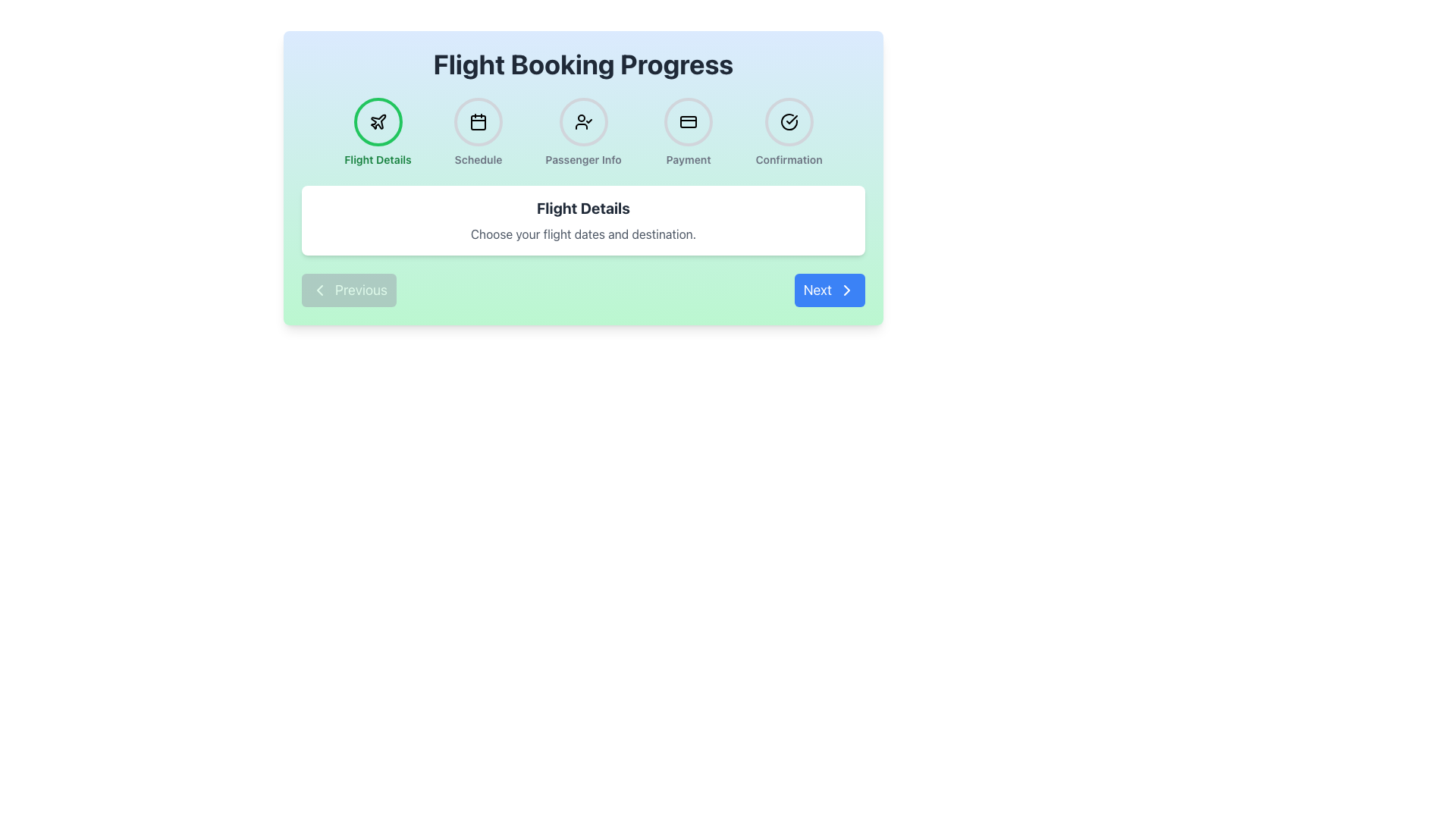 This screenshot has width=1456, height=819. Describe the element at coordinates (582, 121) in the screenshot. I see `the circular button with an icon for the 'Passenger Info' section` at that location.